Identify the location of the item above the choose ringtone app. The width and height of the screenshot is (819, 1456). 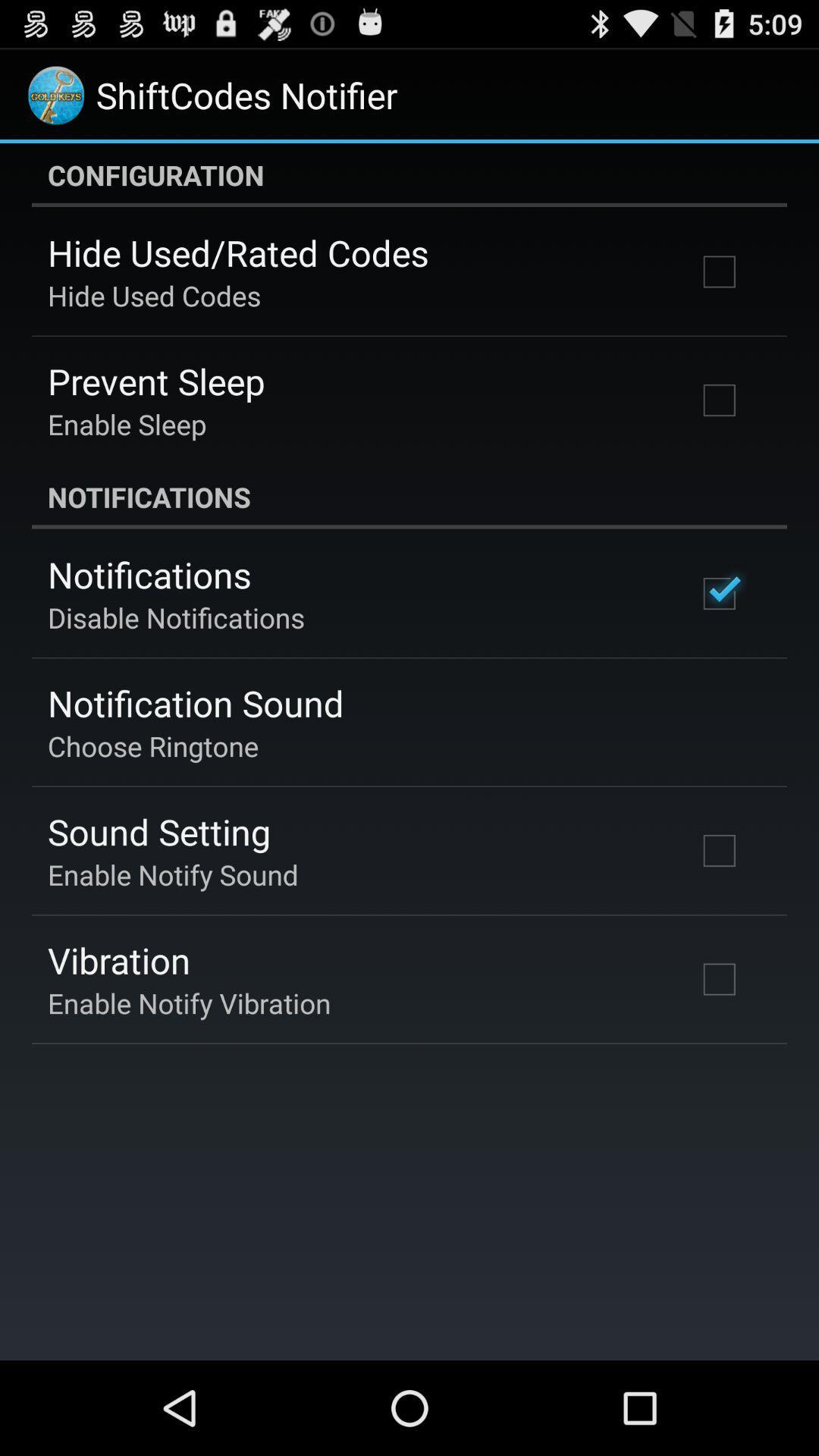
(195, 702).